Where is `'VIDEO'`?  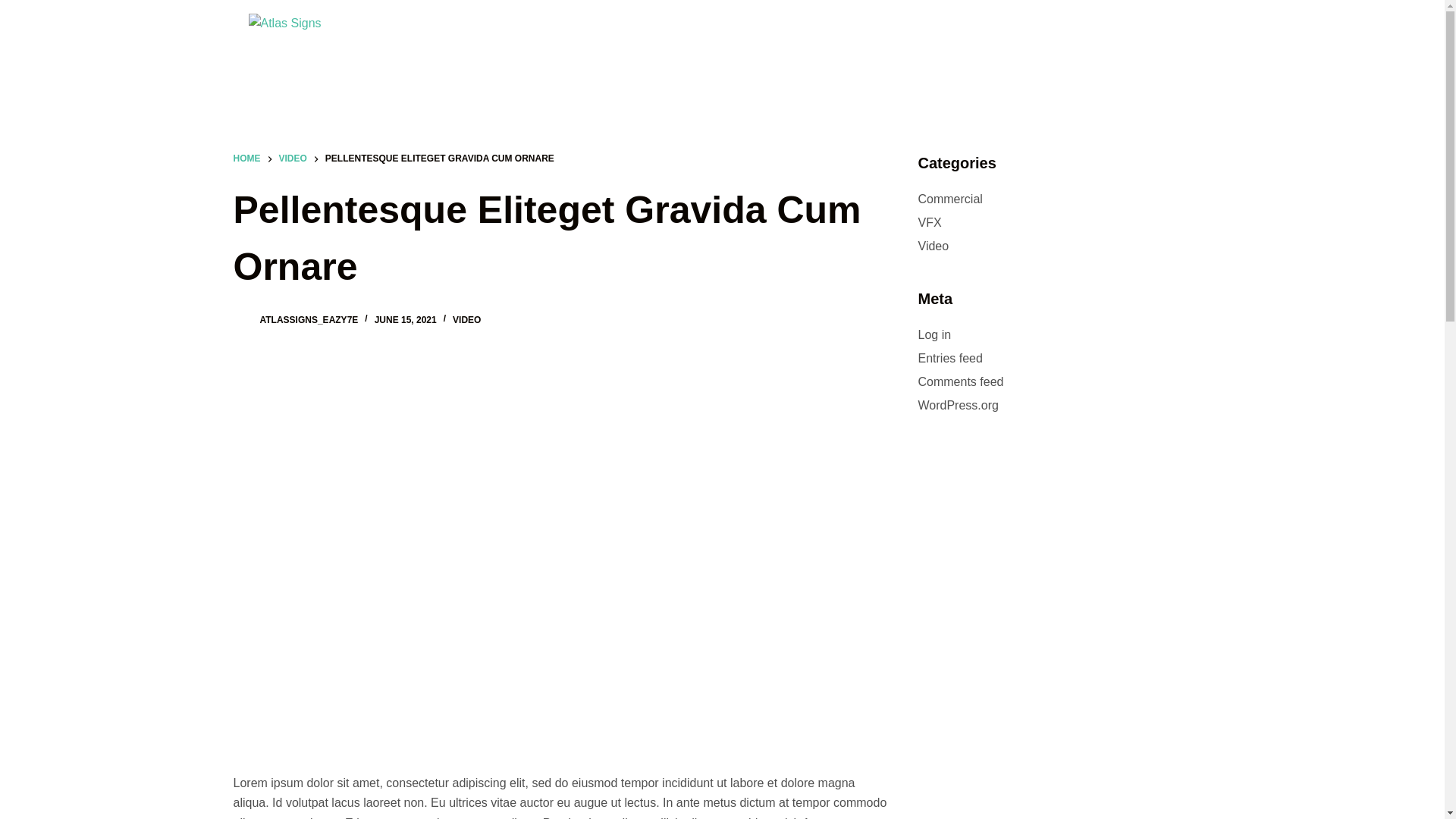
'VIDEO' is located at coordinates (293, 158).